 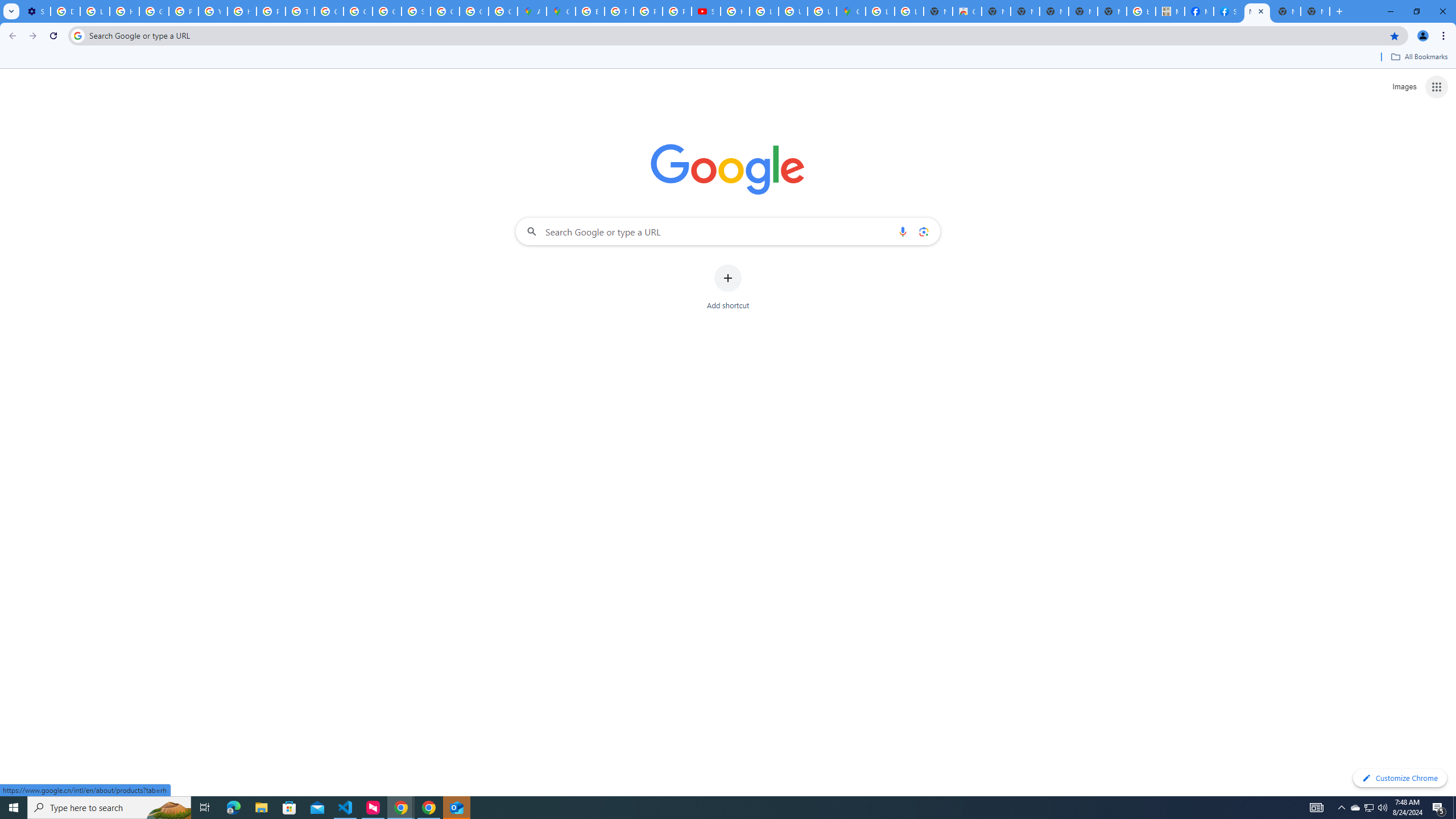 What do you see at coordinates (65, 11) in the screenshot?
I see `'Delete photos & videos - Computer - Google Photos Help'` at bounding box center [65, 11].